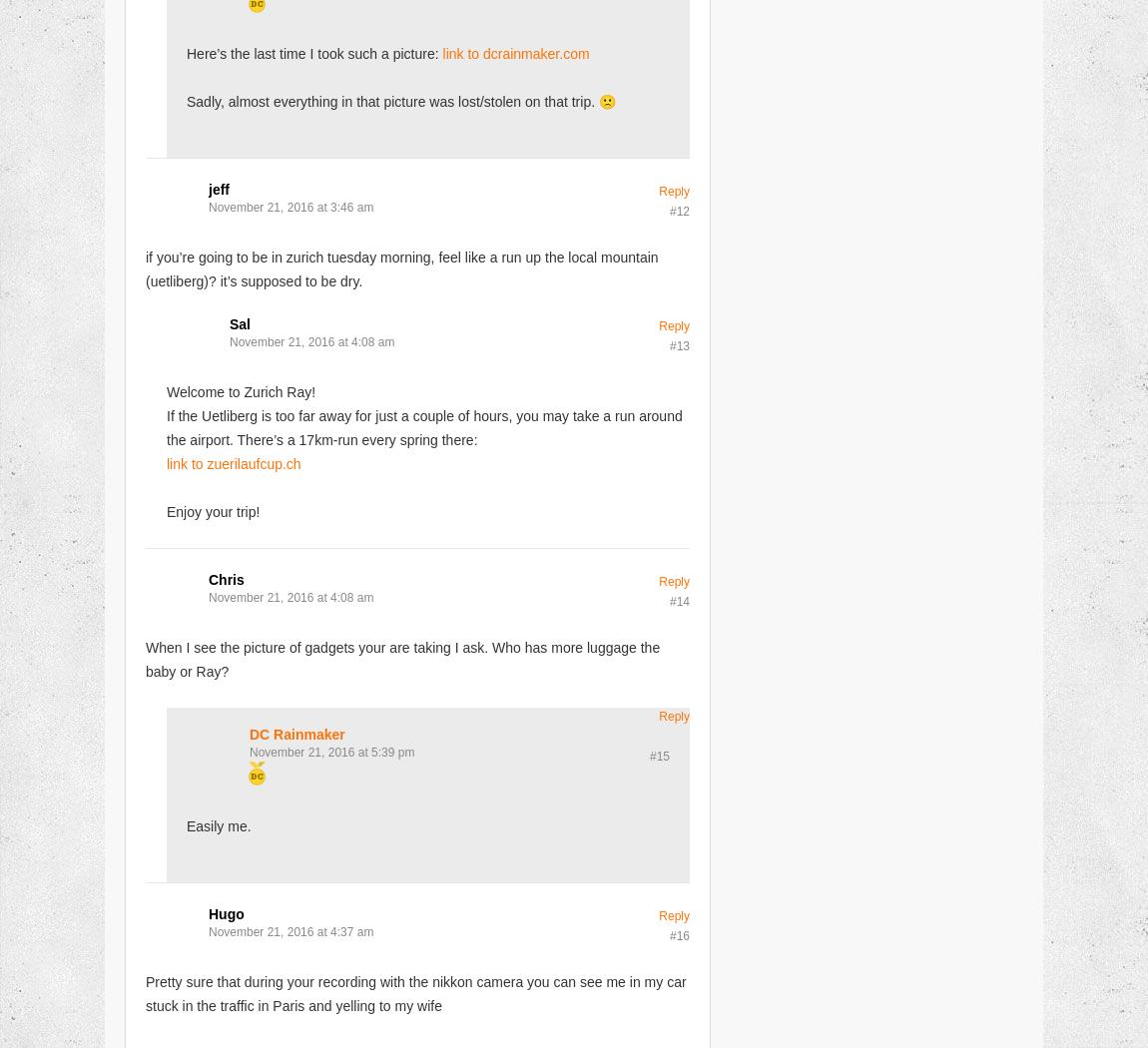 Image resolution: width=1148 pixels, height=1048 pixels. I want to click on 'Pretty sure that during your recording with the nikkon camera you can see me in my car stuck in the traffic in Paris and yelling to my wife', so click(415, 992).